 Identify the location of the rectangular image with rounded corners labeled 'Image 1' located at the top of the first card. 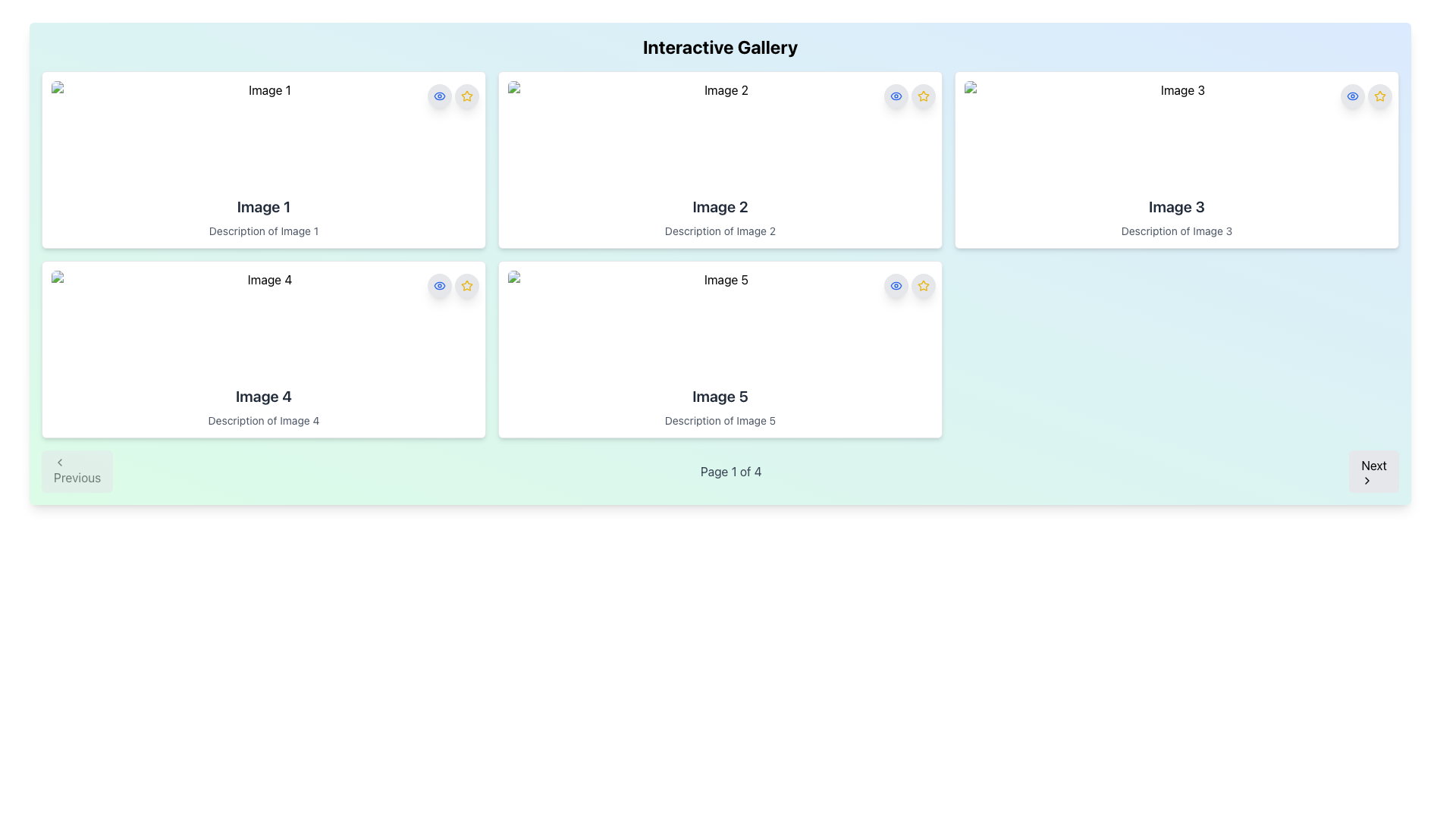
(263, 134).